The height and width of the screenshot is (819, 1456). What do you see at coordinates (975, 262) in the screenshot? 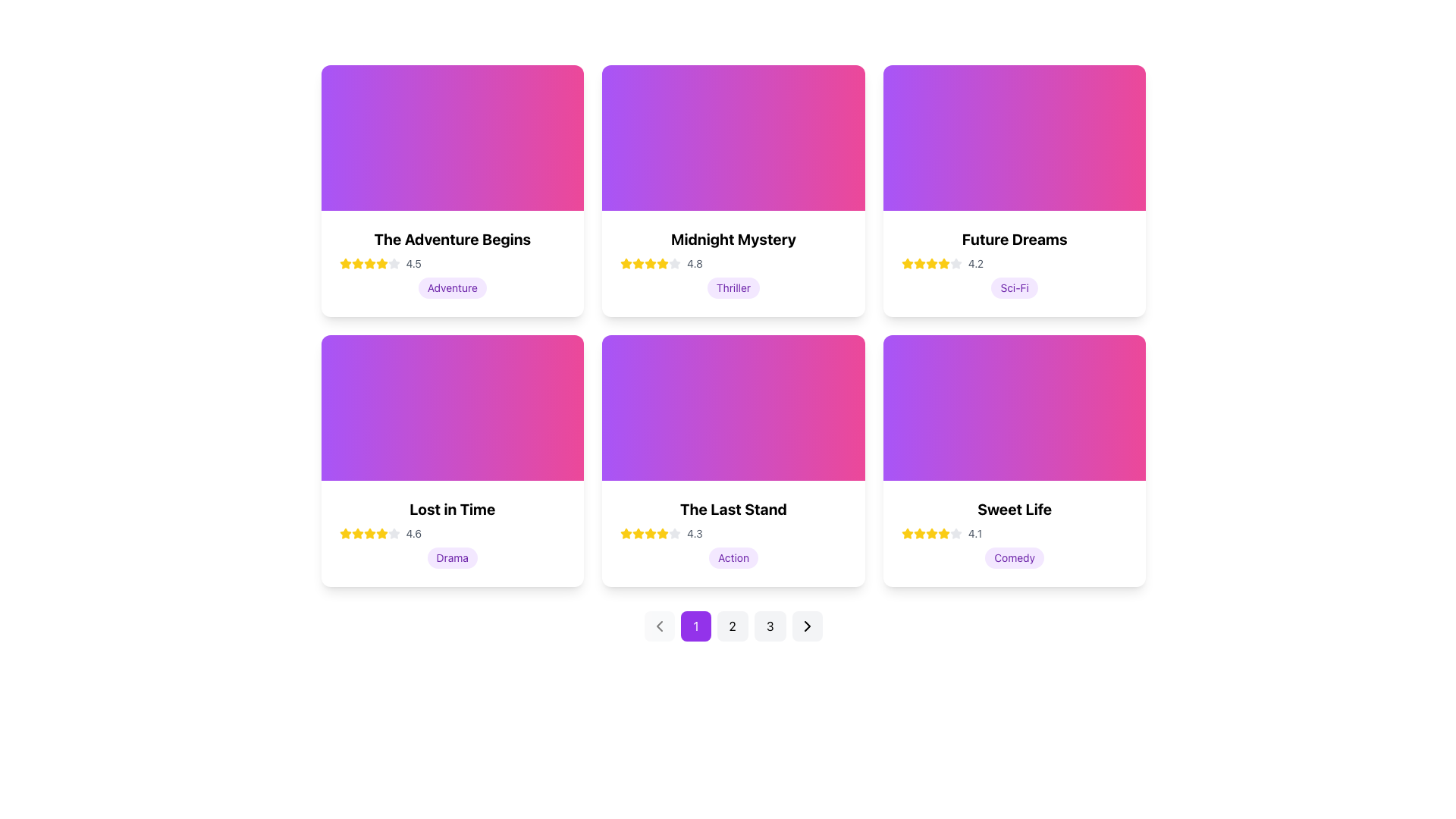
I see `the numerical rating text displaying the average user rating for the 'Future Dreams' item` at bounding box center [975, 262].